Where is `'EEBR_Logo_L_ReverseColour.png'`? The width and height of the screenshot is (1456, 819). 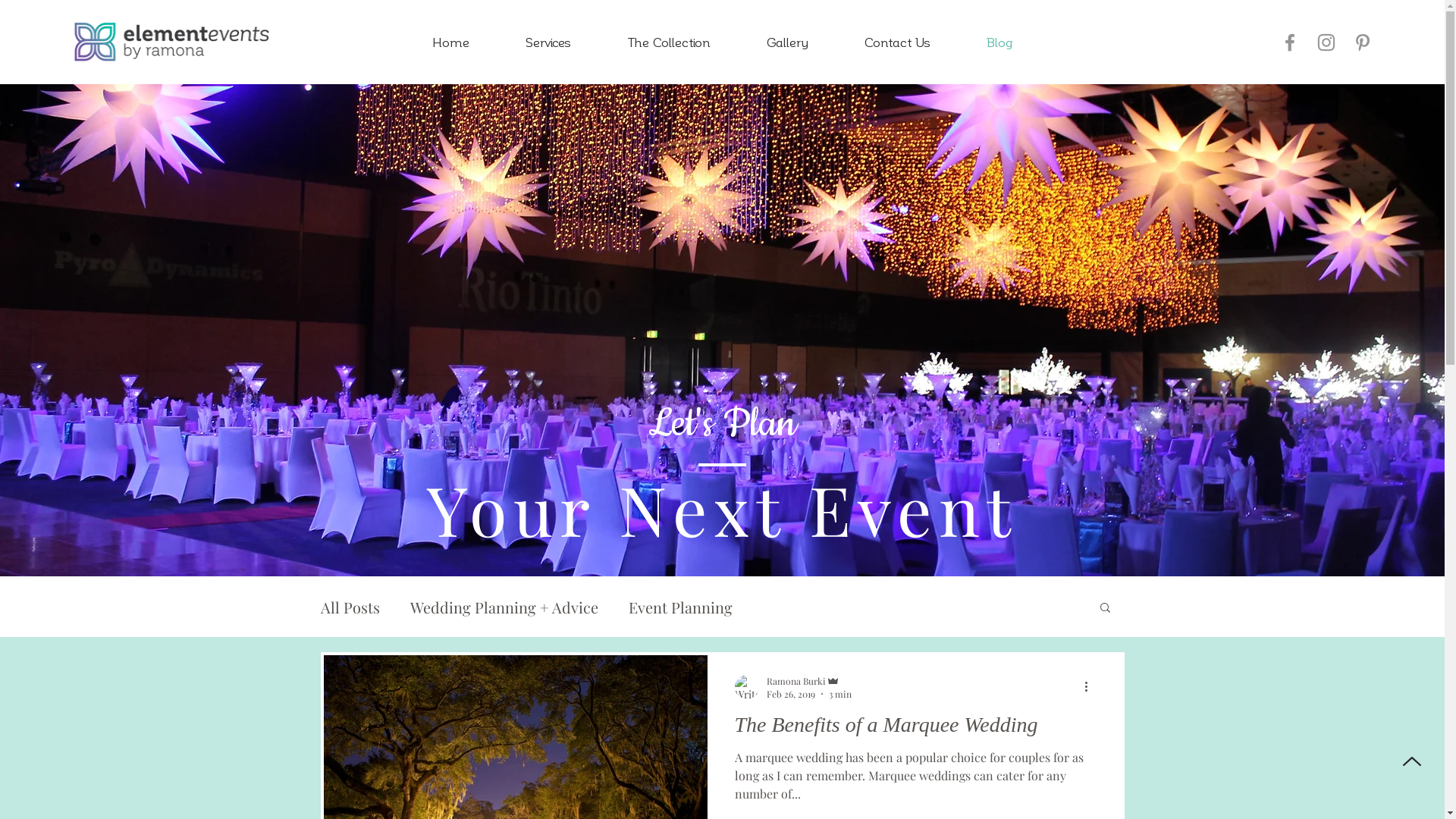
'EEBR_Logo_L_ReverseColour.png' is located at coordinates (171, 41).